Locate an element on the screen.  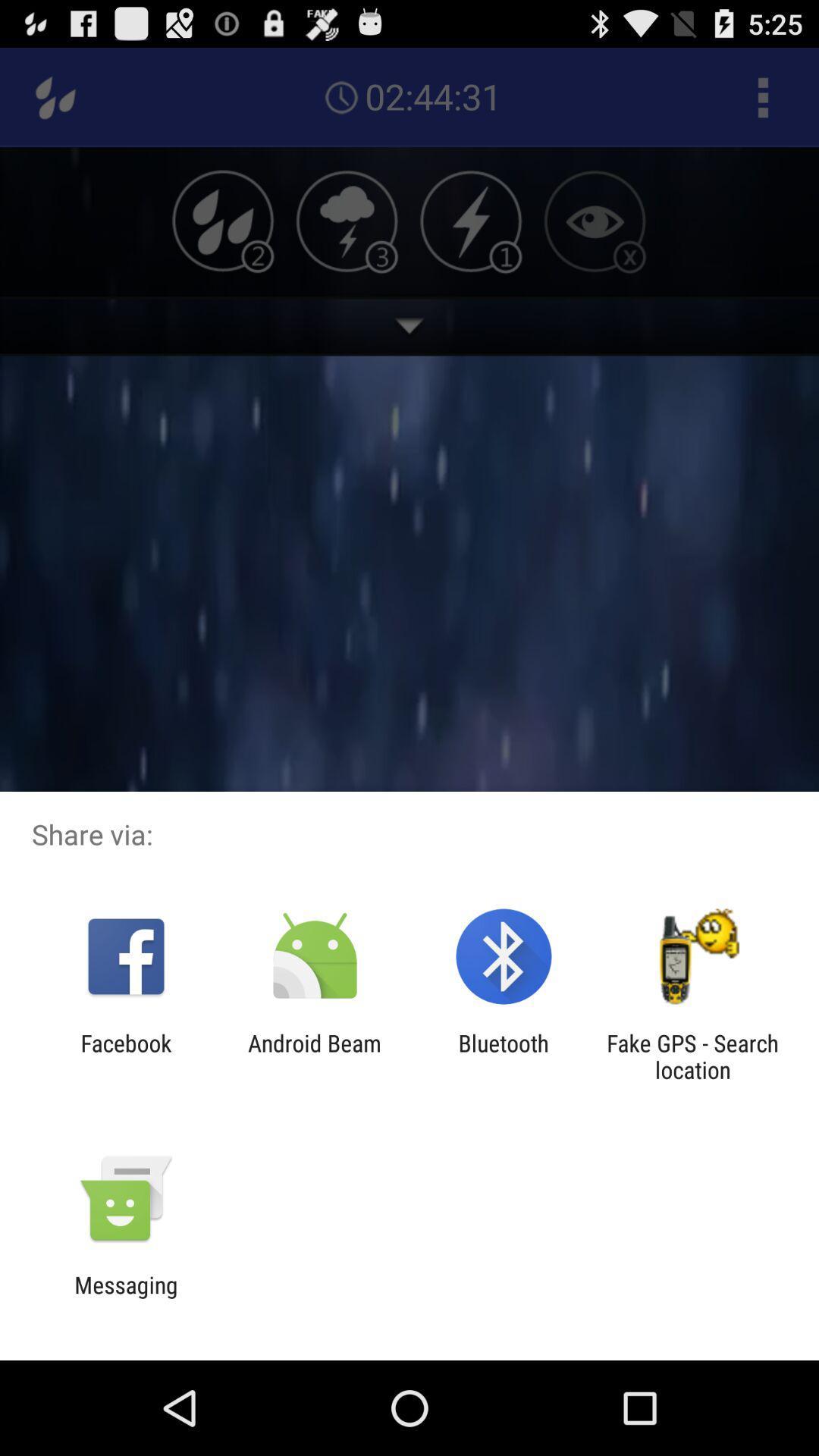
the app to the left of the android beam icon is located at coordinates (125, 1056).